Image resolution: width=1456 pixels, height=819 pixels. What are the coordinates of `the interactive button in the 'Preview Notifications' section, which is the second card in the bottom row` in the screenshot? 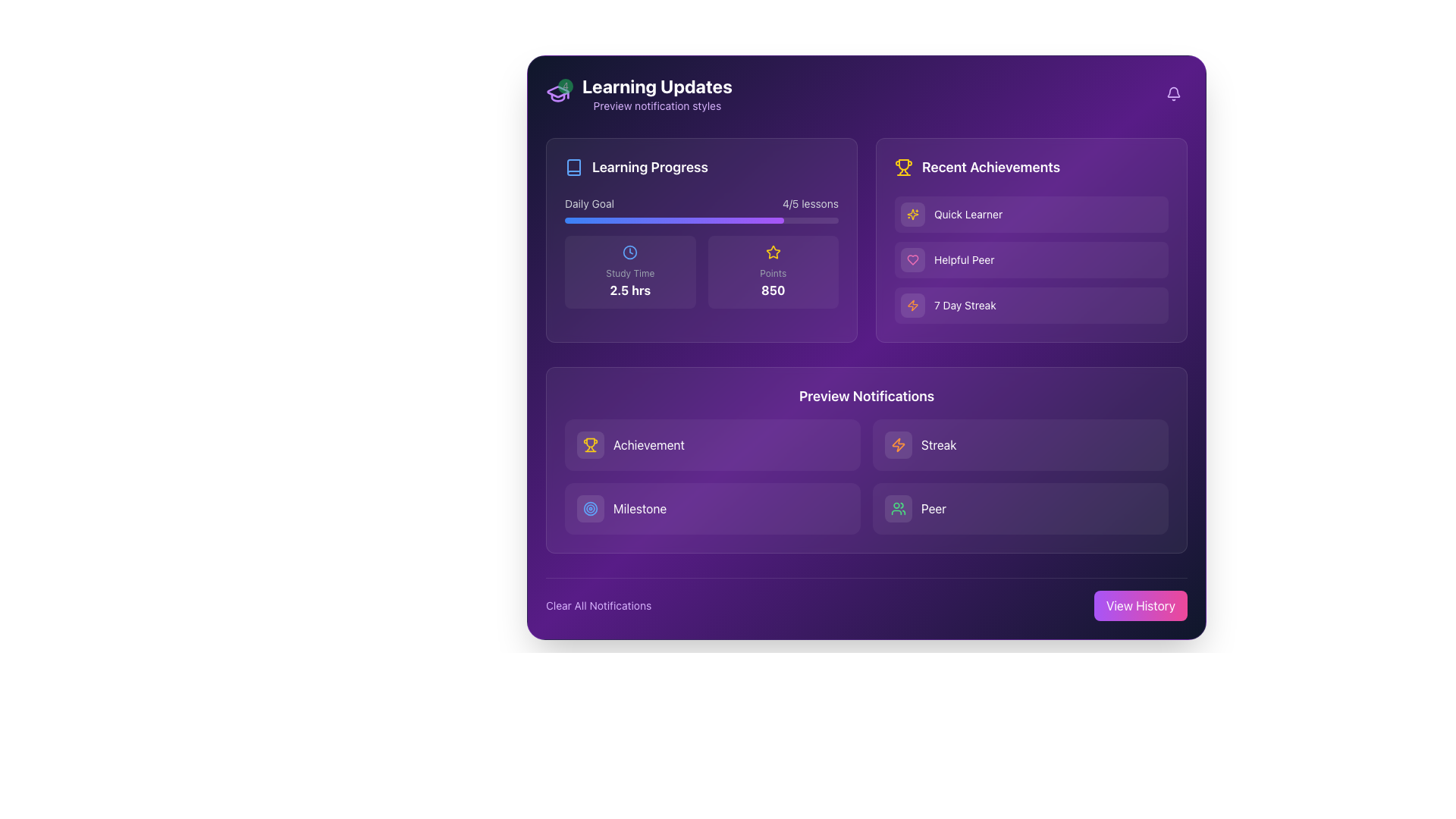 It's located at (1020, 509).